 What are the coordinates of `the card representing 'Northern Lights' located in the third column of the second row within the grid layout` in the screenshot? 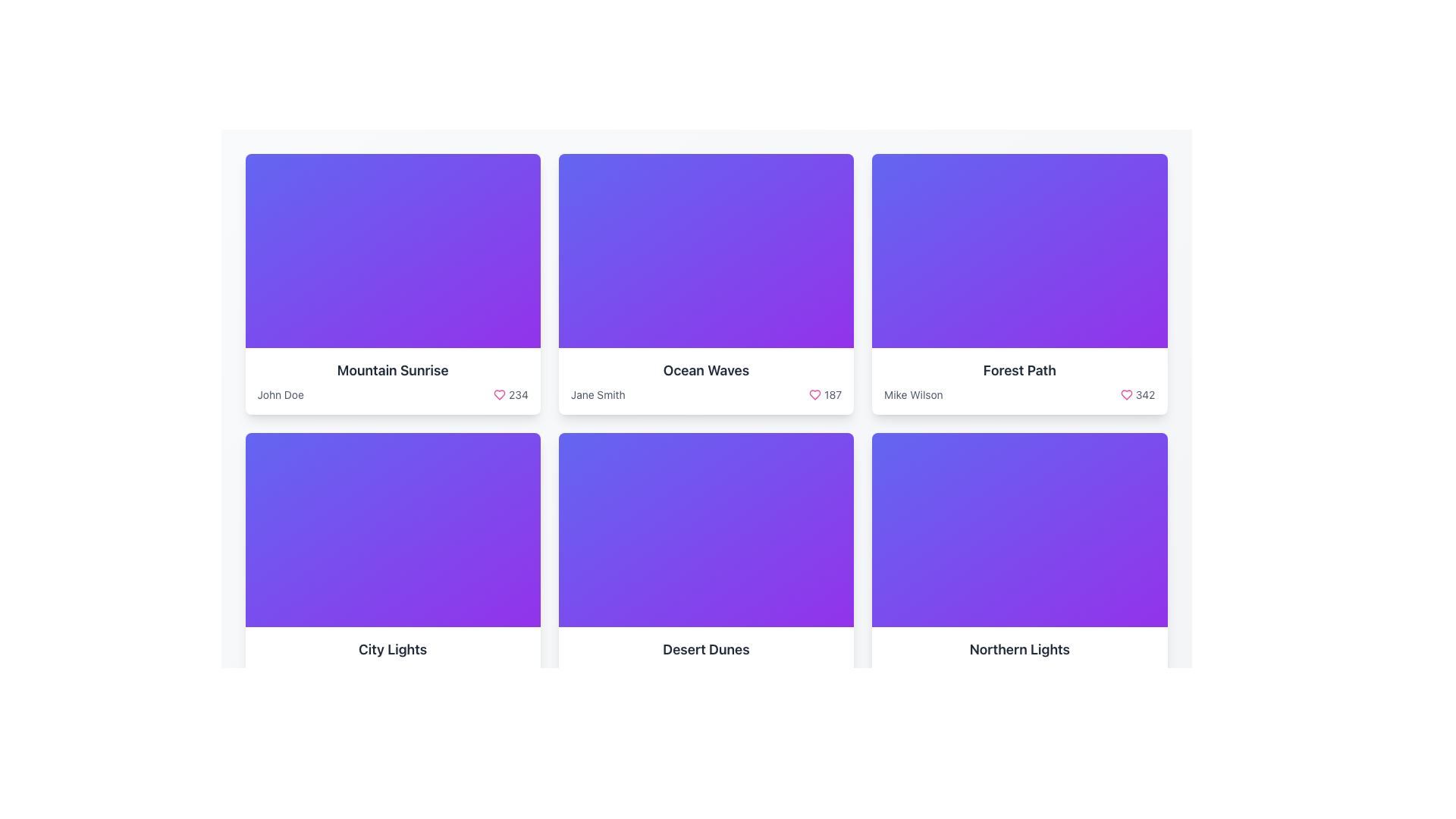 It's located at (1019, 563).